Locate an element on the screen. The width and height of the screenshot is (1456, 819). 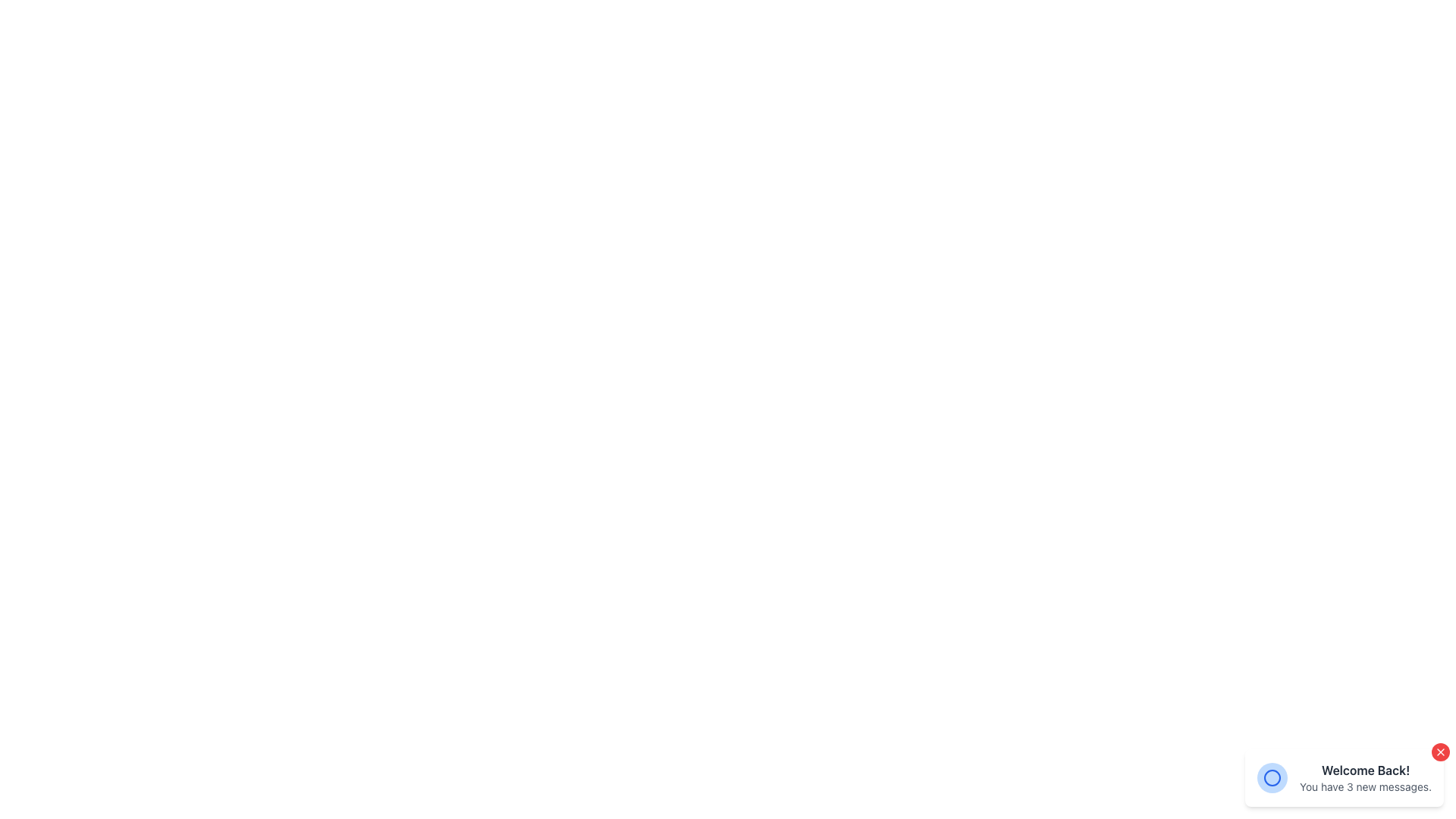
the 'X' icon button, which is a red circular button with a white 'X' icon, located in the top-right corner of the notification panel that displays 'Welcome Back! You have 3 new messages.' is located at coordinates (1440, 752).